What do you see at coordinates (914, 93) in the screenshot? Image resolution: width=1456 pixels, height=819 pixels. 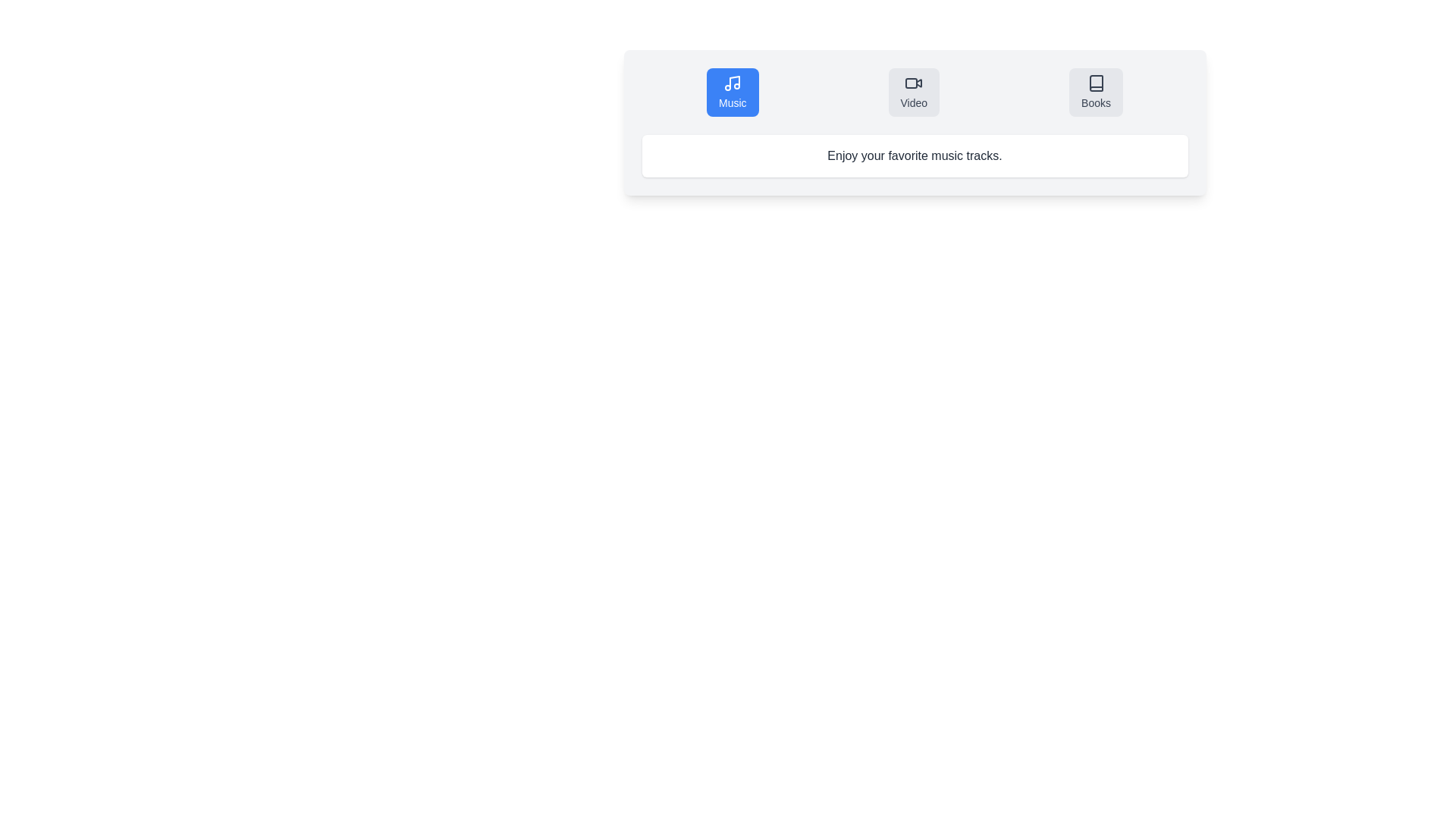 I see `the 'Video' button on the segmented control` at bounding box center [914, 93].